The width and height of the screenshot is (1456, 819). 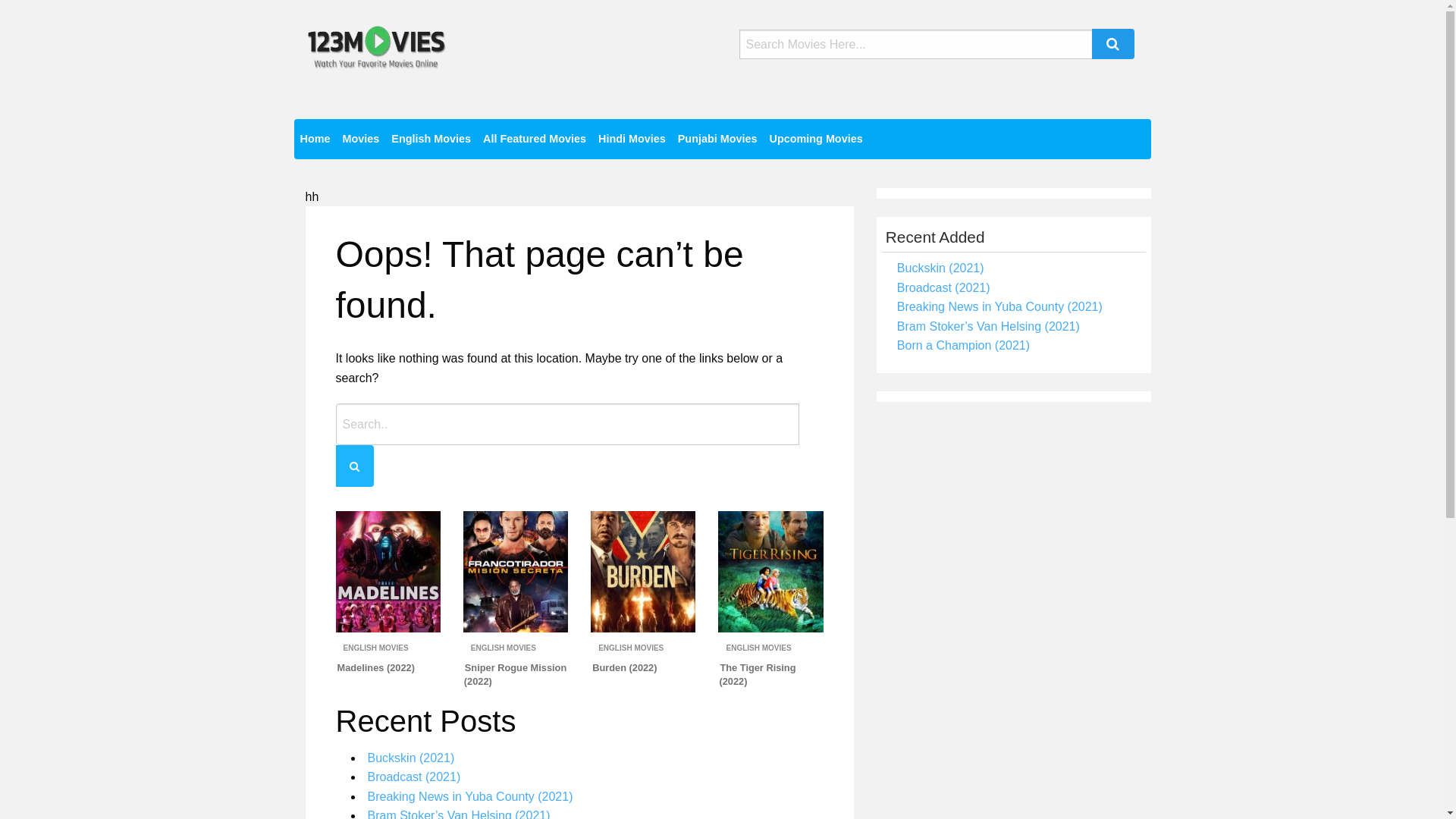 What do you see at coordinates (591, 139) in the screenshot?
I see `'Hindi Movies'` at bounding box center [591, 139].